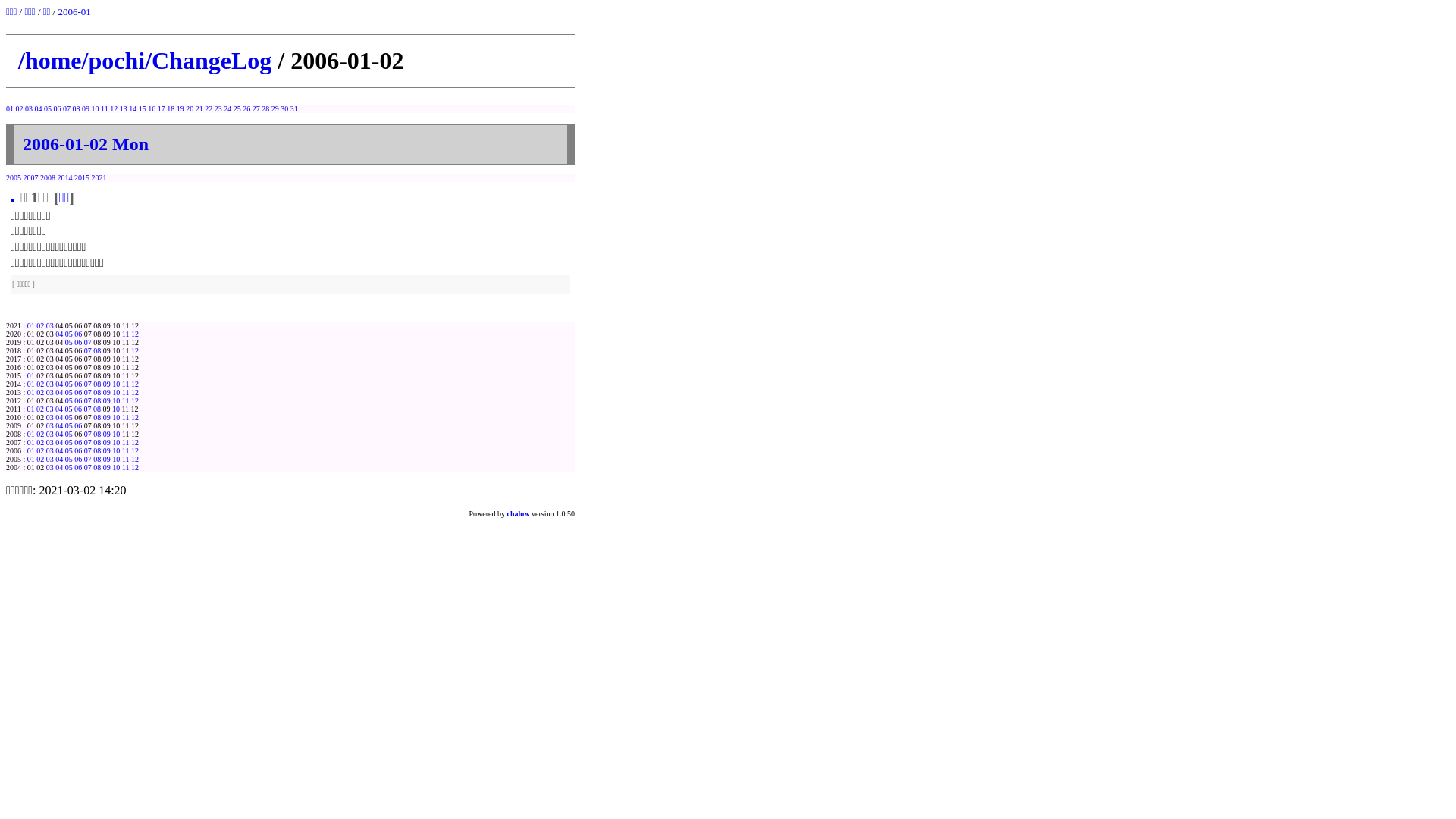 The width and height of the screenshot is (1456, 819). I want to click on '03', so click(50, 425).